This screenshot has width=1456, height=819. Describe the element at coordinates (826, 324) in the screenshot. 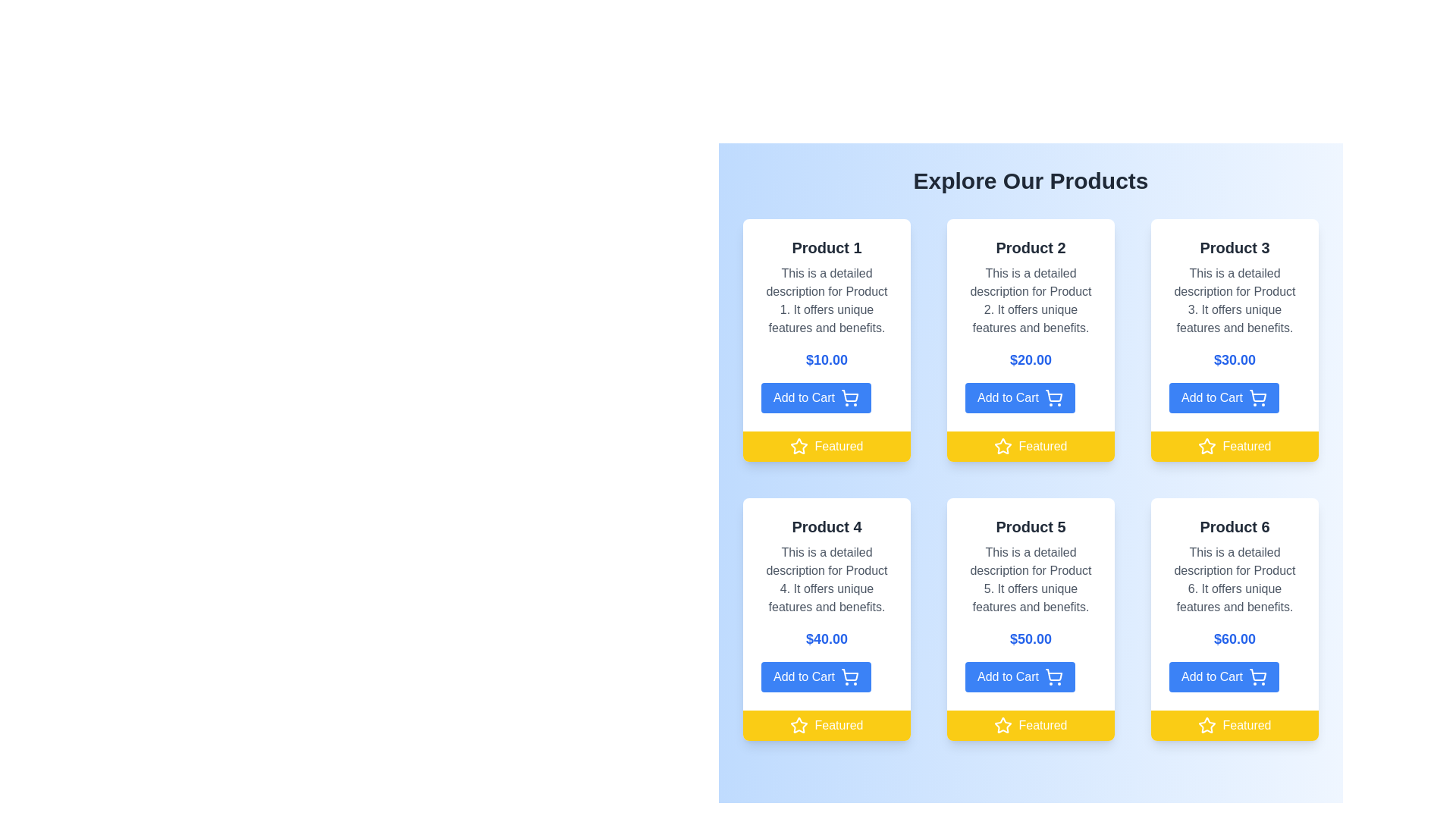

I see `product description from the product card labeled 'Product 1', which is located in the first column of the first row of the grid layout` at that location.